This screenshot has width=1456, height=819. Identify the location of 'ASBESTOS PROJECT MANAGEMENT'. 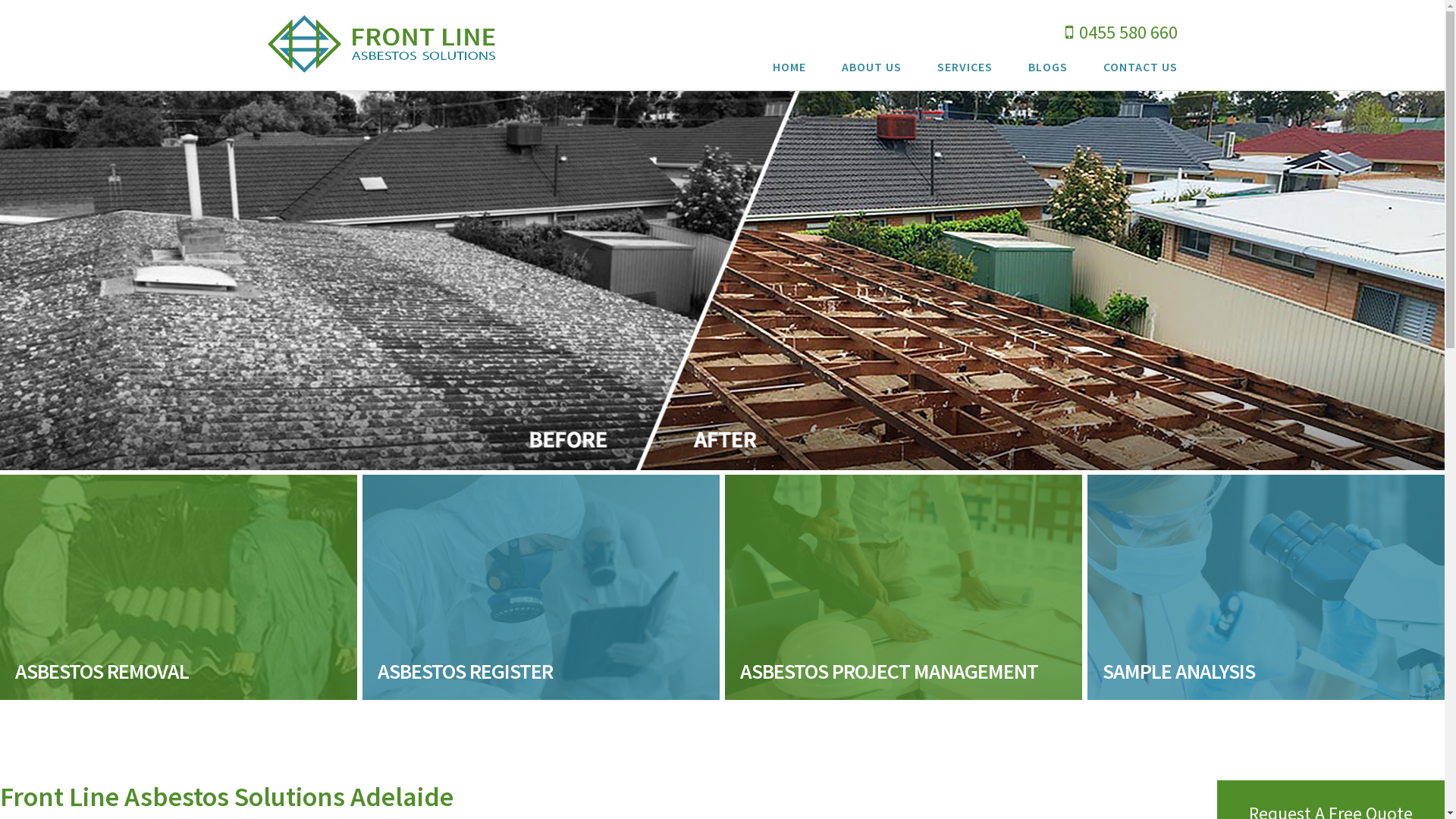
(903, 586).